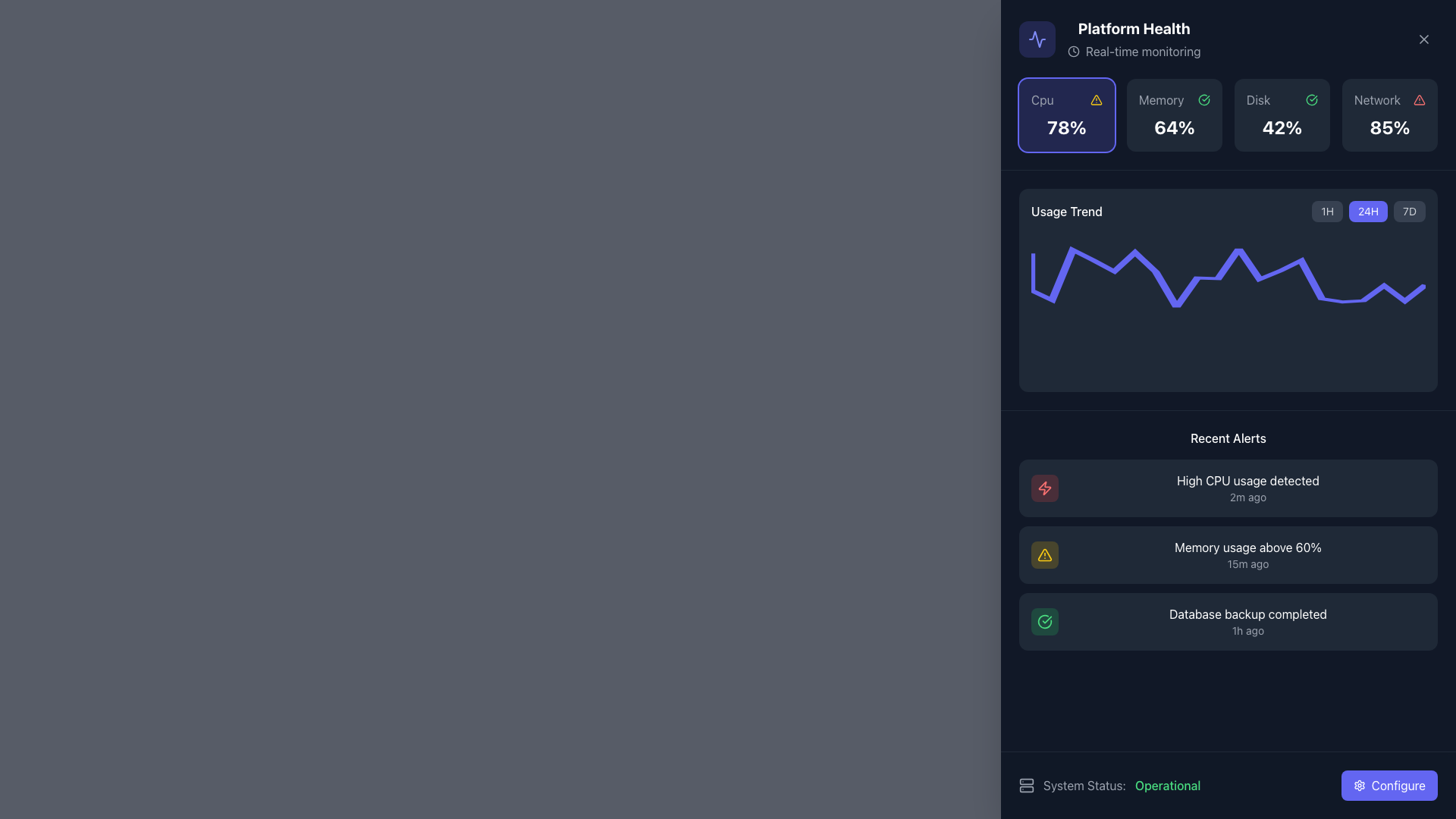 The image size is (1456, 819). Describe the element at coordinates (1073, 51) in the screenshot. I see `the icon representing 'Real-time monitoring' located in the upper-right region of the interface, adjacent to the 'Platform Health' header` at that location.